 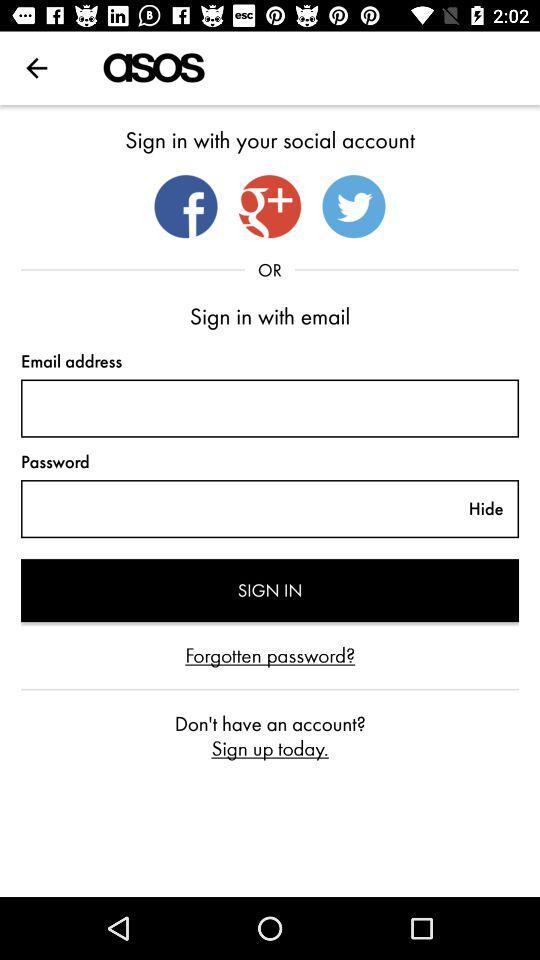 What do you see at coordinates (270, 407) in the screenshot?
I see `cre a new email account` at bounding box center [270, 407].